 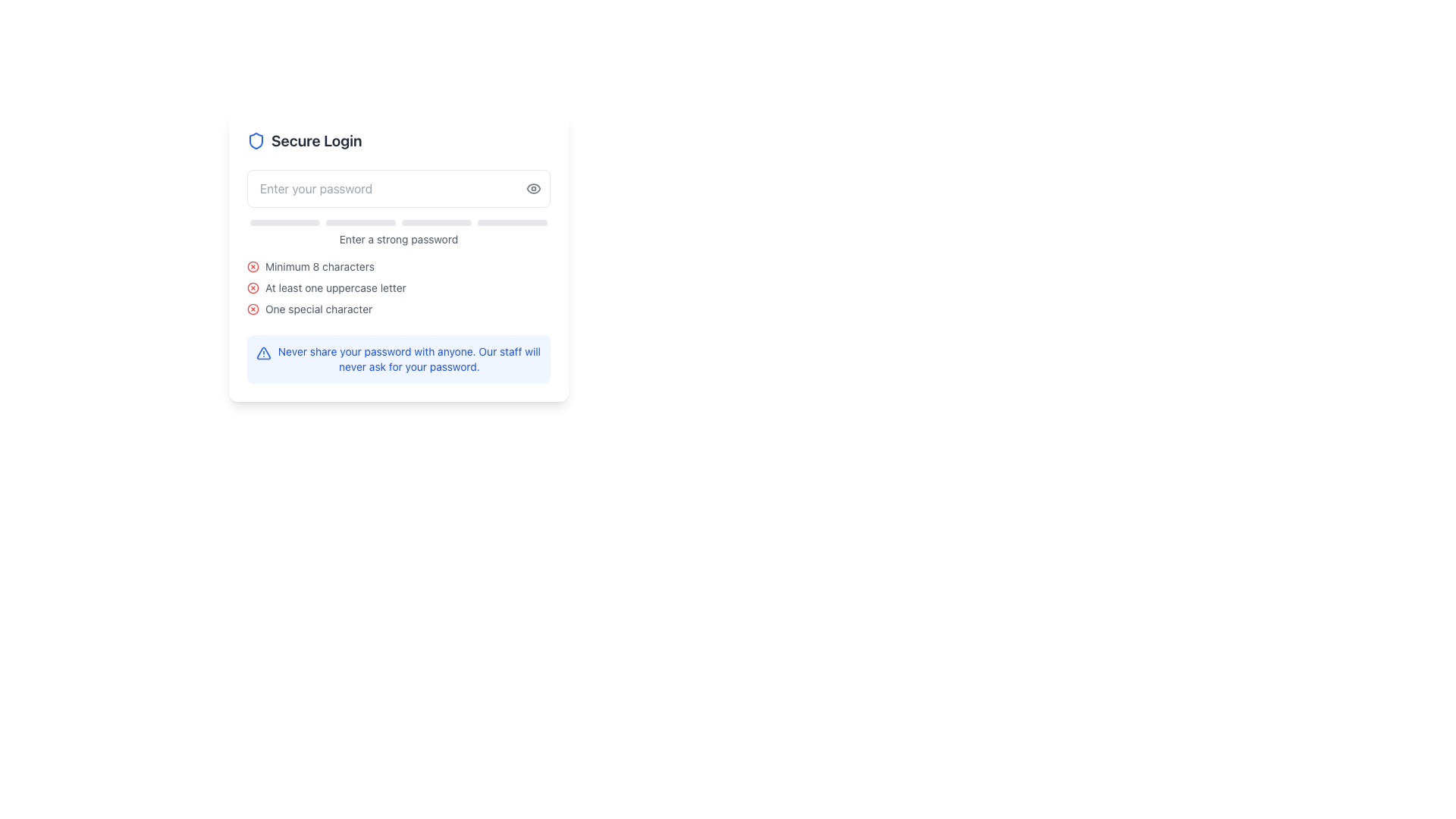 What do you see at coordinates (399, 234) in the screenshot?
I see `the instructional text label that provides guidance on creating a secure password, located between the password input field and the bullet-point list of requirements` at bounding box center [399, 234].